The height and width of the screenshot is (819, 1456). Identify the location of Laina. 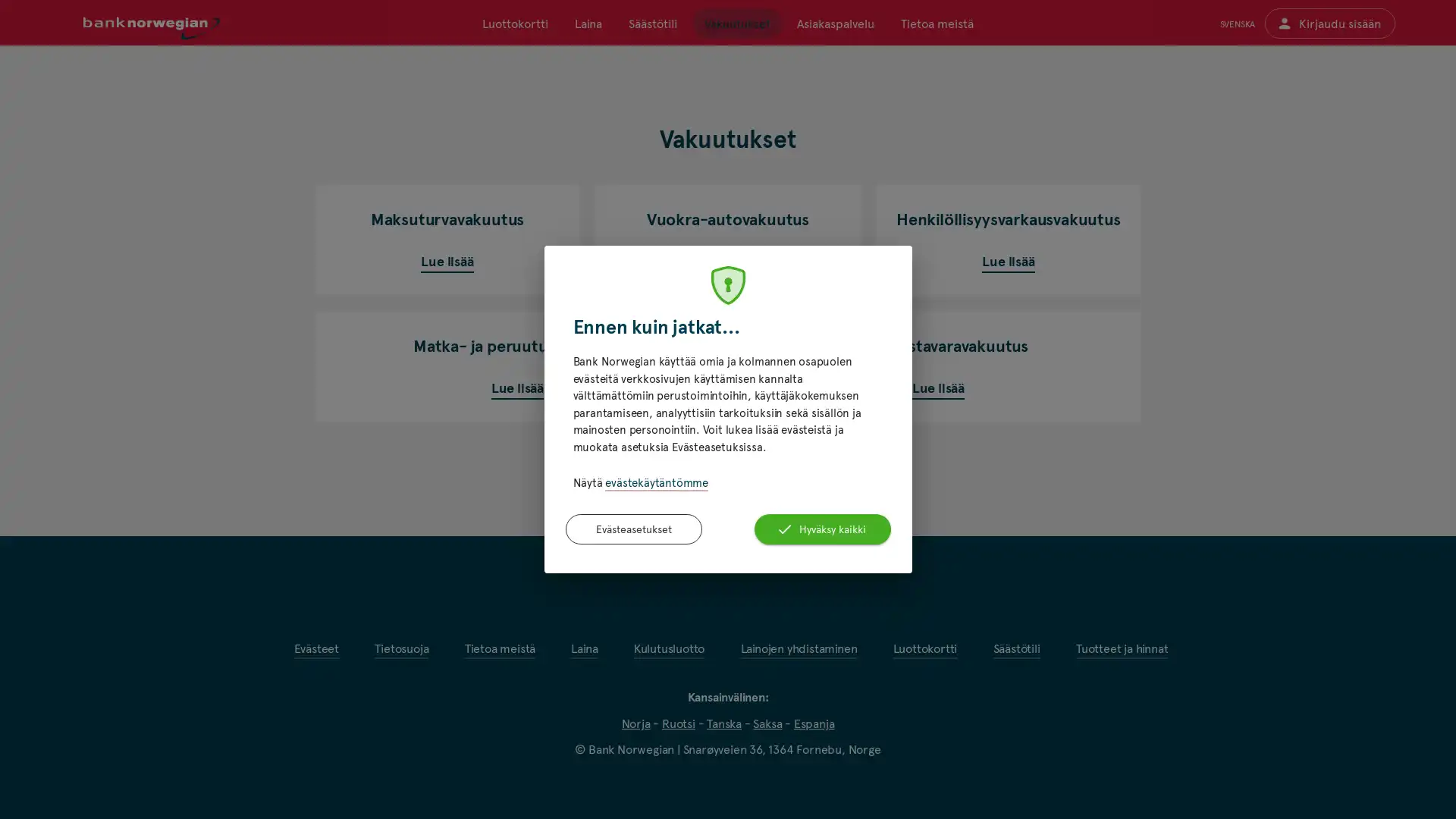
(588, 23).